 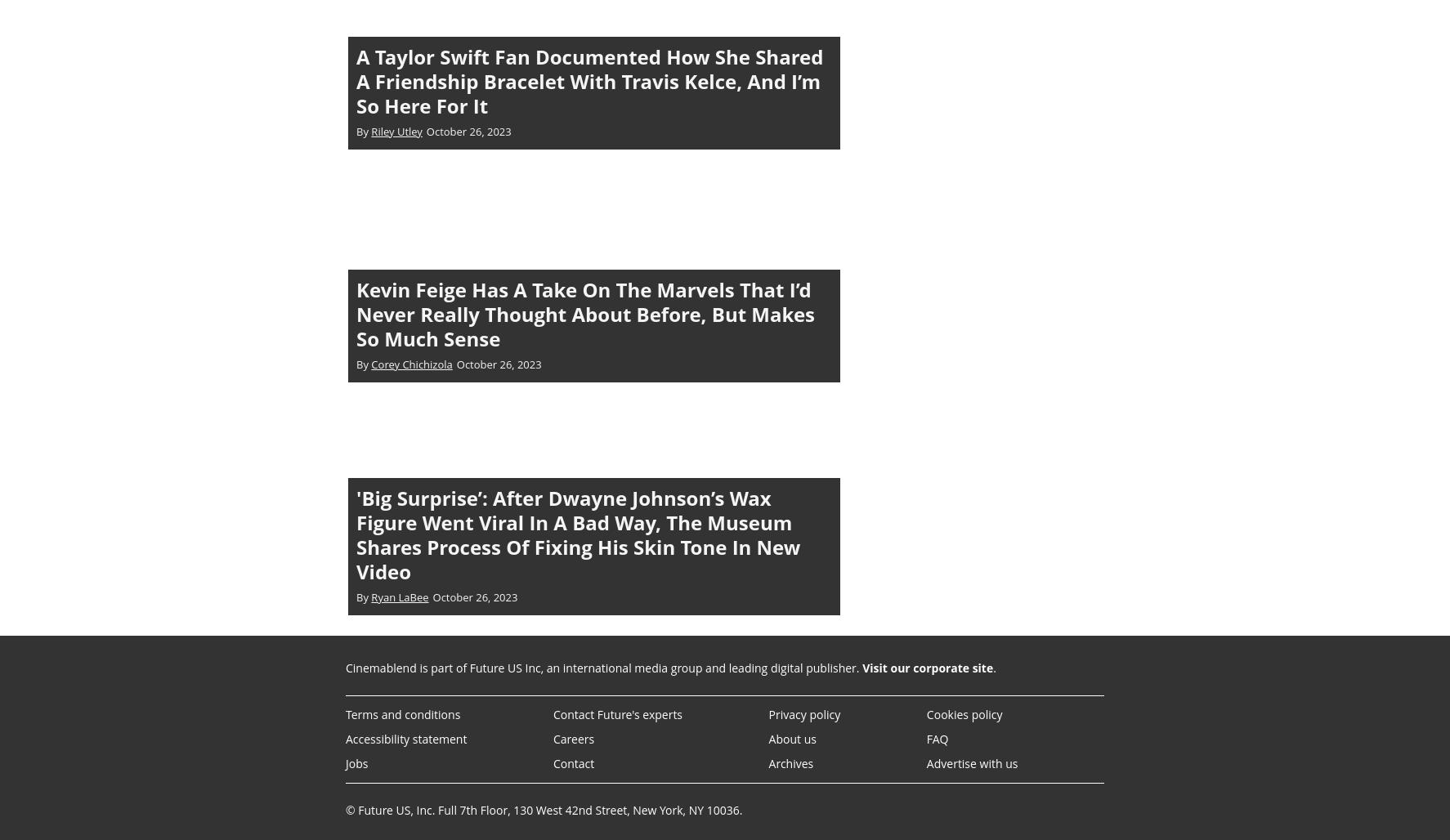 What do you see at coordinates (573, 738) in the screenshot?
I see `'Careers'` at bounding box center [573, 738].